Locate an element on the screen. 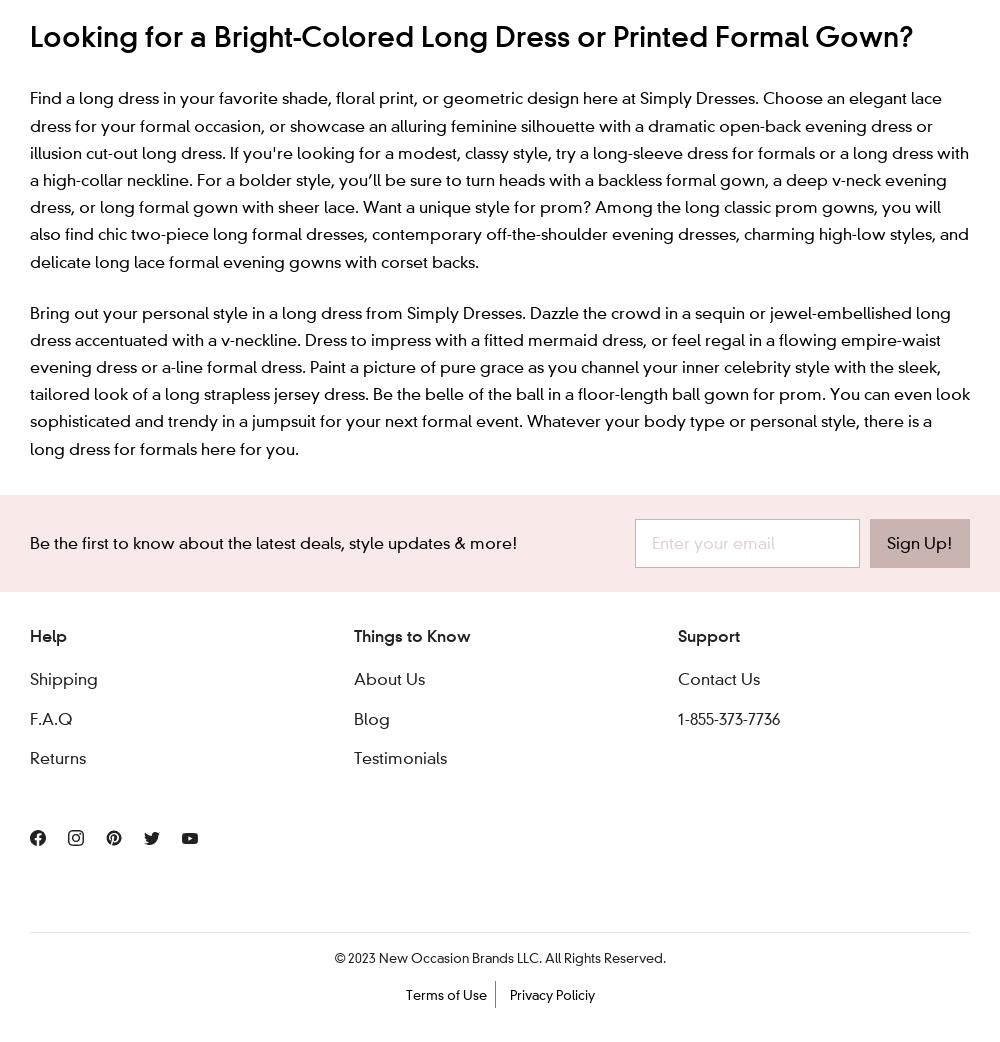 The height and width of the screenshot is (1042, 1000). 'Sign Up!' is located at coordinates (887, 541).